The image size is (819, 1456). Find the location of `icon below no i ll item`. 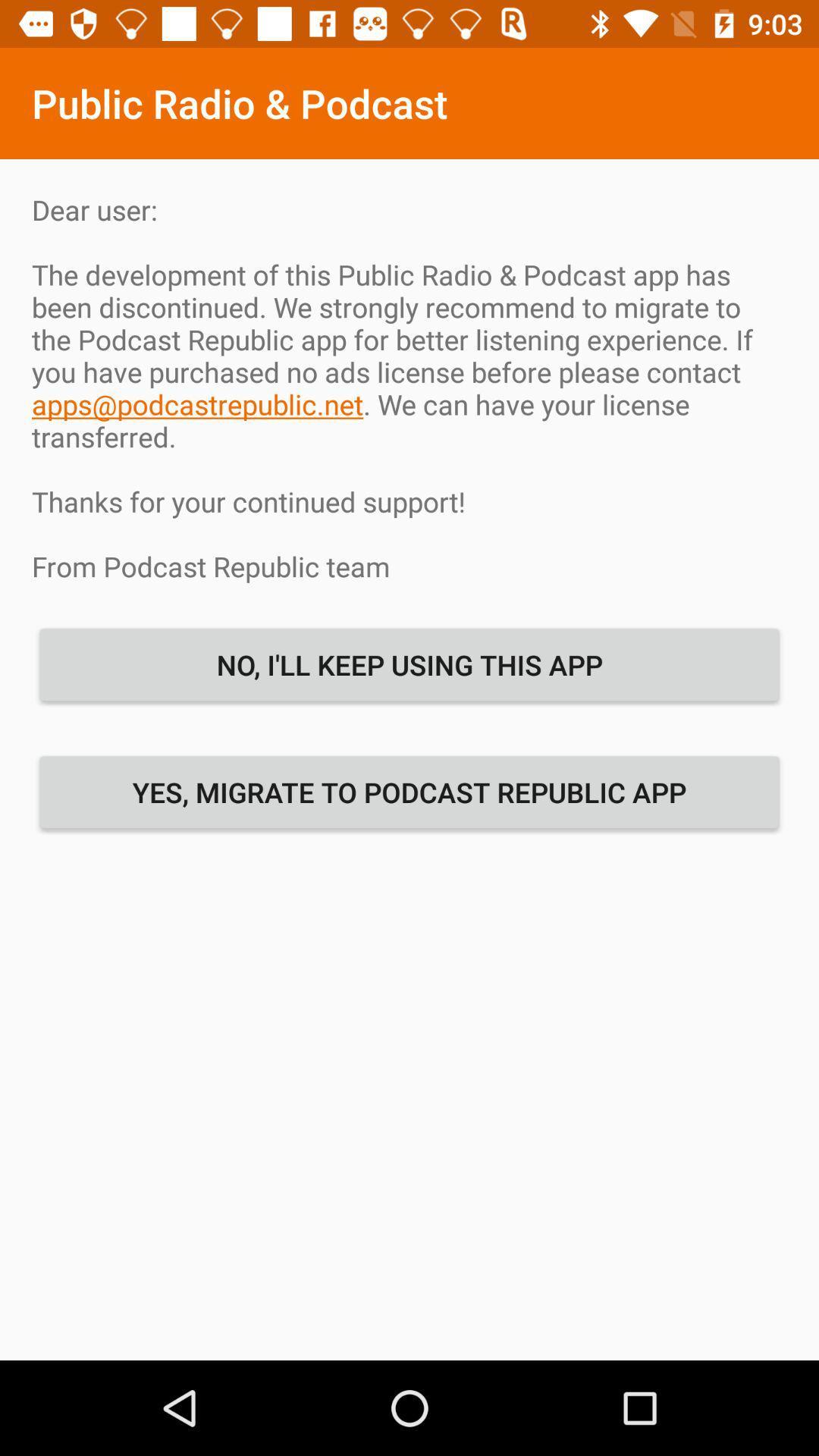

icon below no i ll item is located at coordinates (409, 791).